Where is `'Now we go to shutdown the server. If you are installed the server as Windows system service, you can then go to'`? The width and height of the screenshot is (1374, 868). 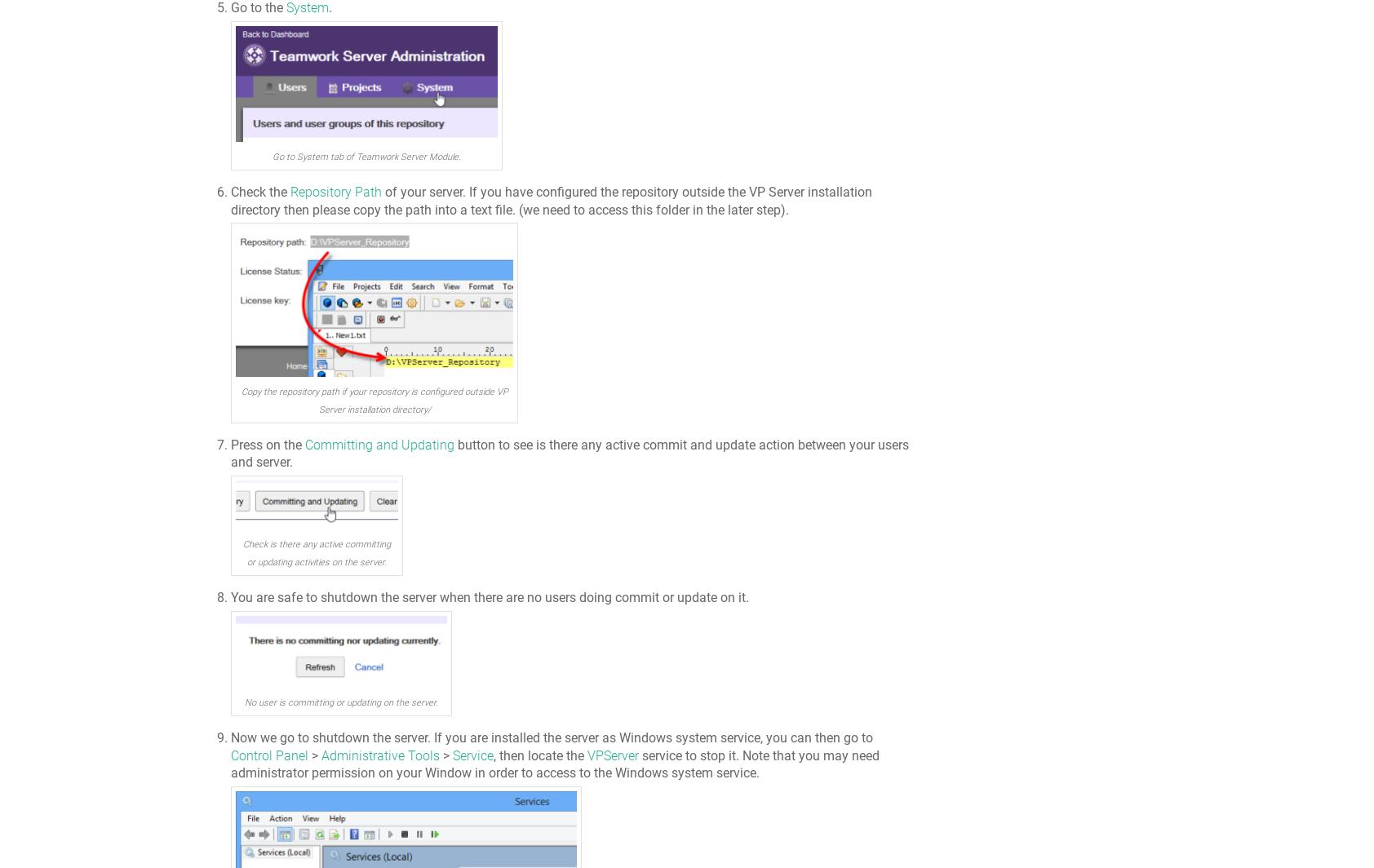 'Now we go to shutdown the server. If you are installed the server as Windows system service, you can then go to' is located at coordinates (552, 737).